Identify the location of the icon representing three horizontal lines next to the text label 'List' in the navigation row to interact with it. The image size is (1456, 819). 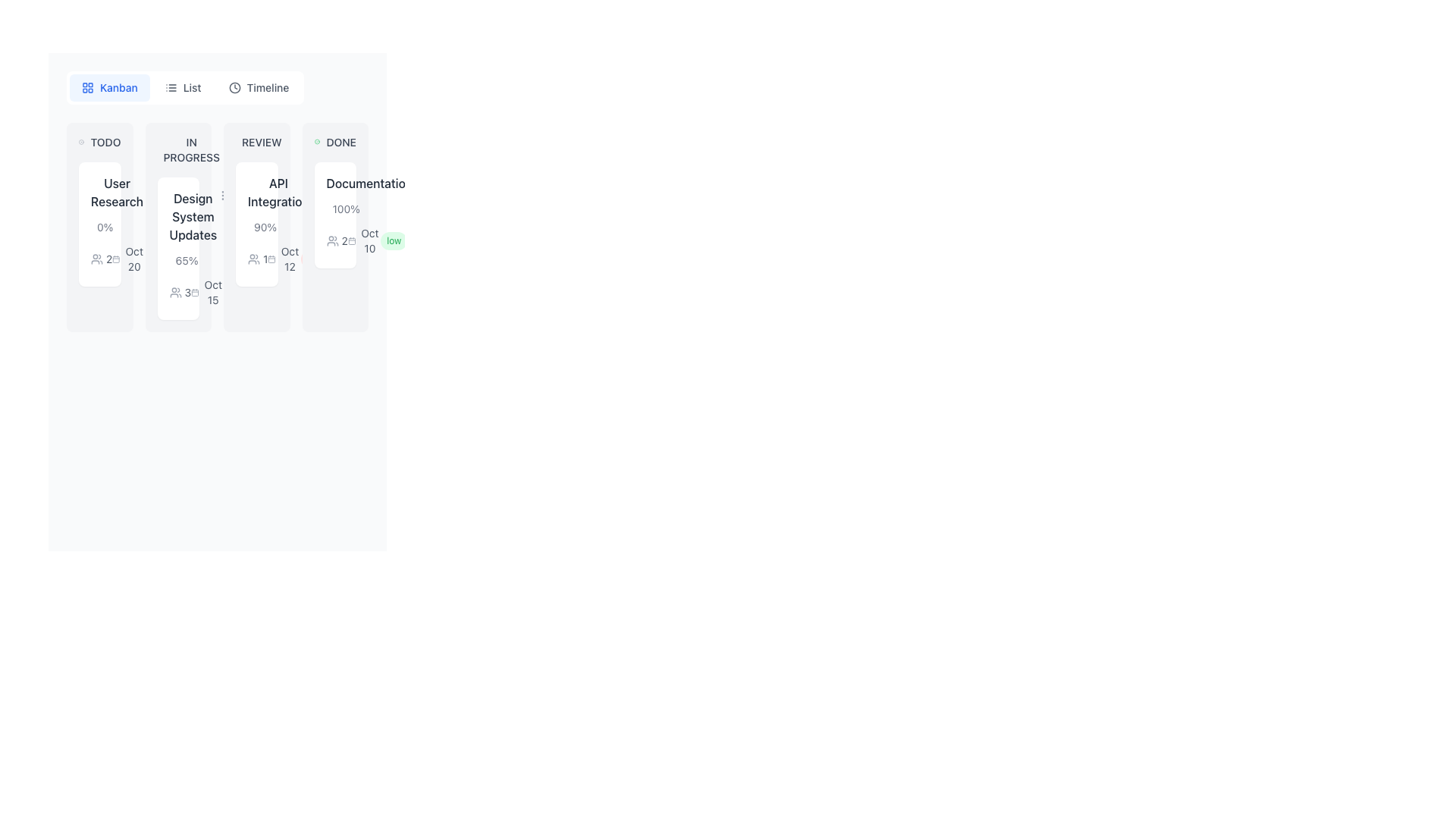
(171, 87).